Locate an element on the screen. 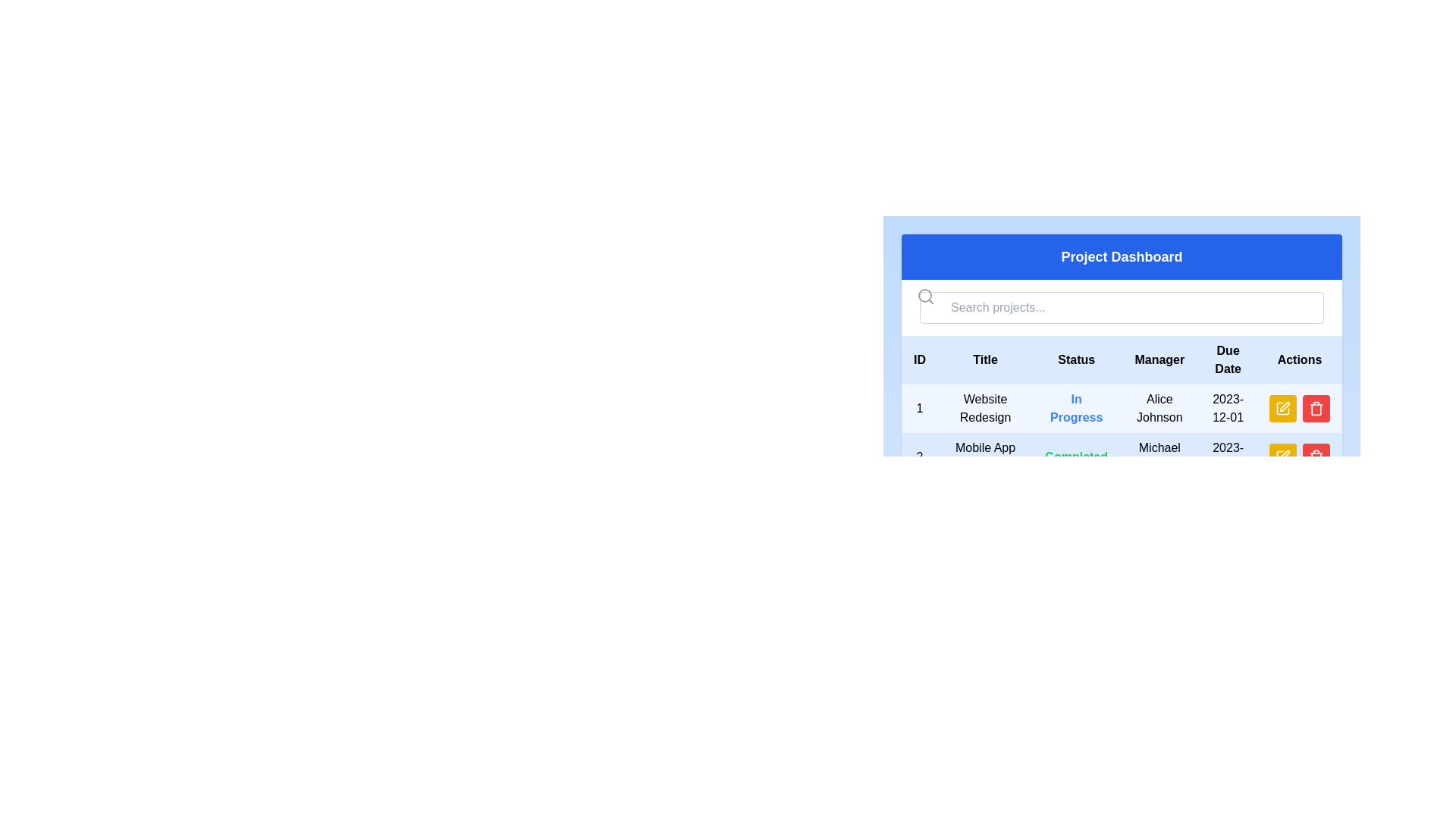  the small red square delete button with a trash can symbol located in the 'Actions' column of the first row in the data table, next to the 'Website Redesign' entry is located at coordinates (1298, 408).